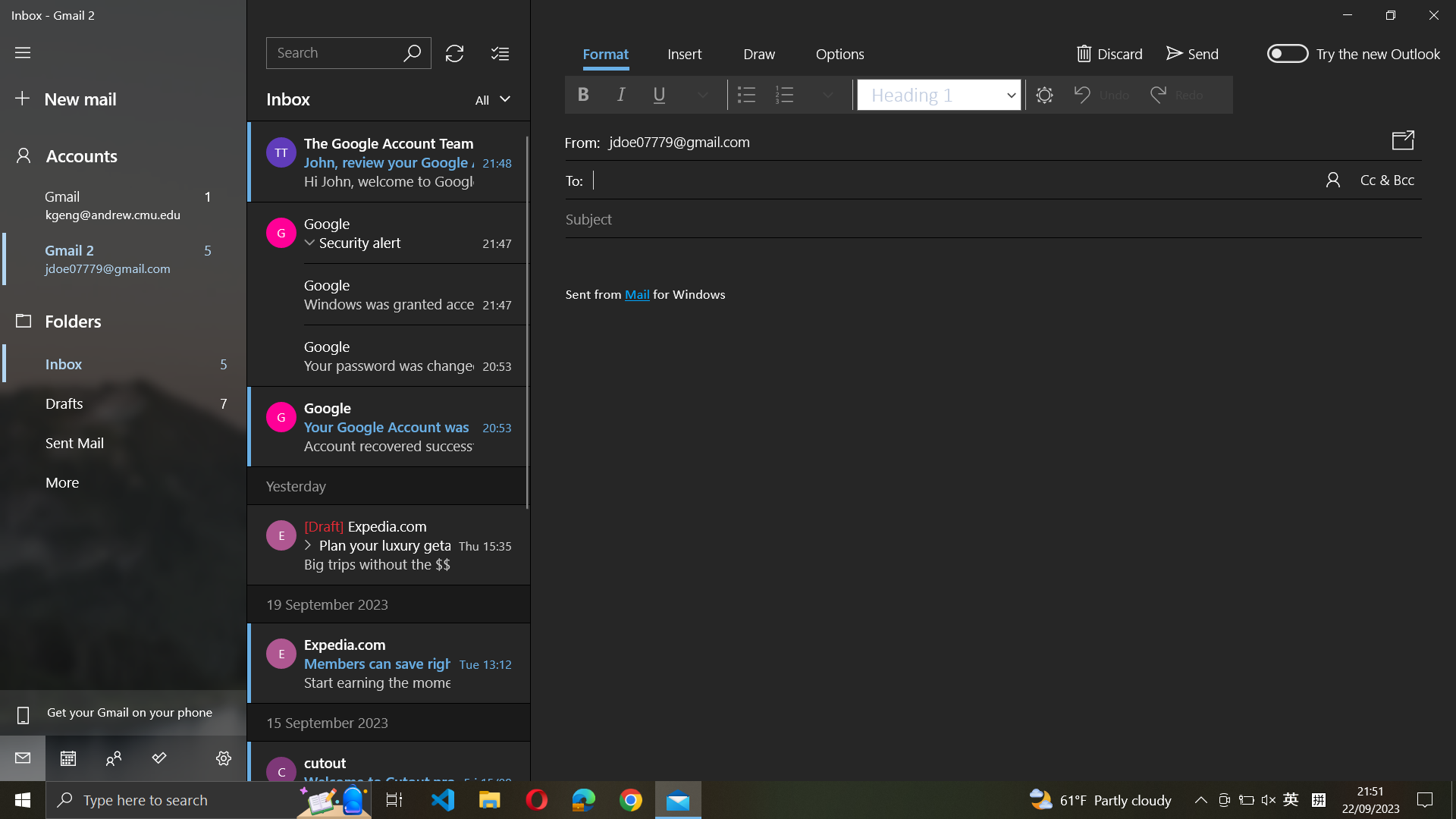 Image resolution: width=1456 pixels, height=819 pixels. What do you see at coordinates (998, 479) in the screenshot?
I see `the signature to "John" and underline the text` at bounding box center [998, 479].